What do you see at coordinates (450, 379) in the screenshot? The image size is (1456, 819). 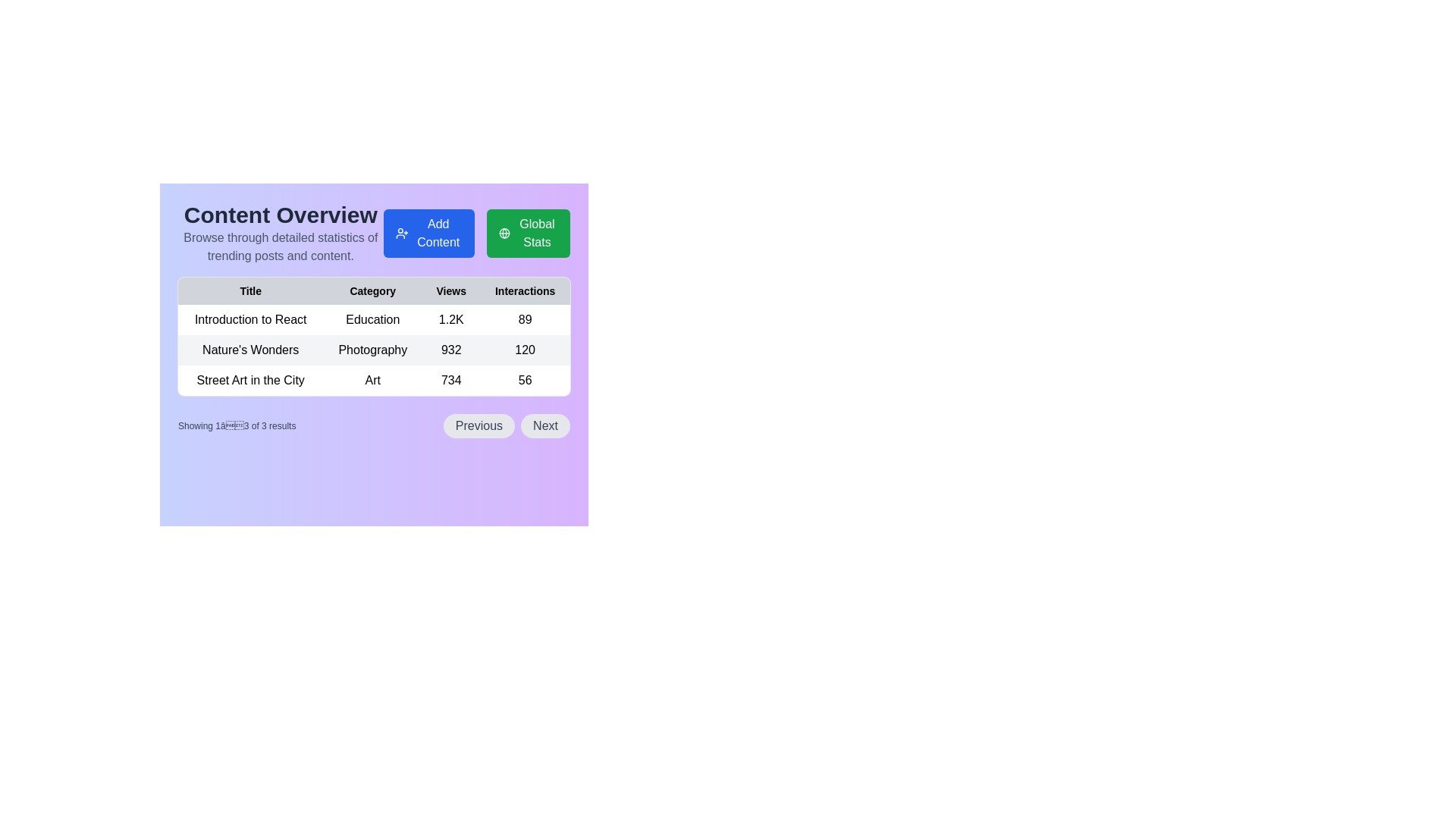 I see `the numeric text label '734' located in the third row of the table under the 'Views' column` at bounding box center [450, 379].